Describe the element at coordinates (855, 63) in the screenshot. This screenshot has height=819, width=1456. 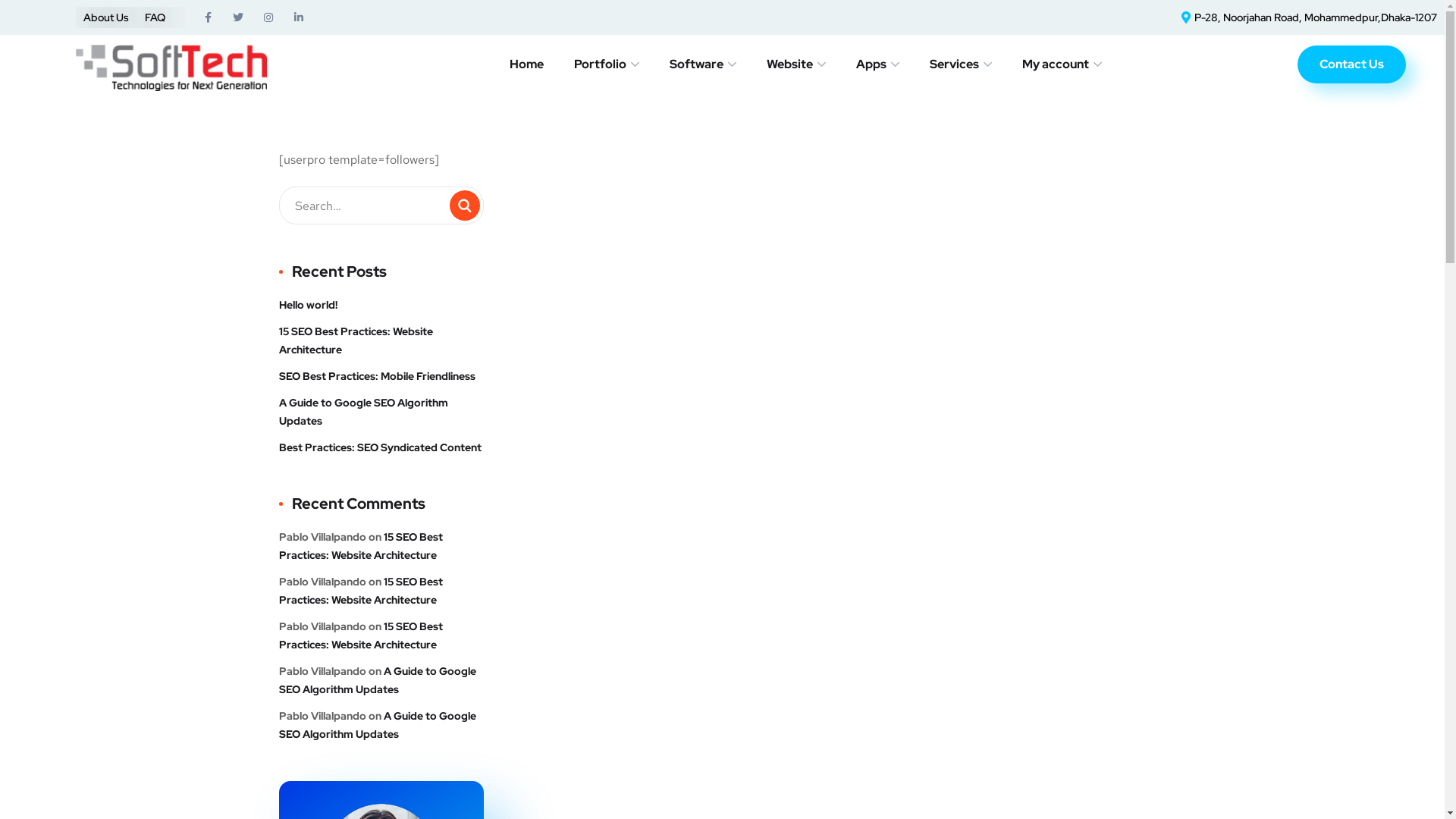
I see `'Apps'` at that location.